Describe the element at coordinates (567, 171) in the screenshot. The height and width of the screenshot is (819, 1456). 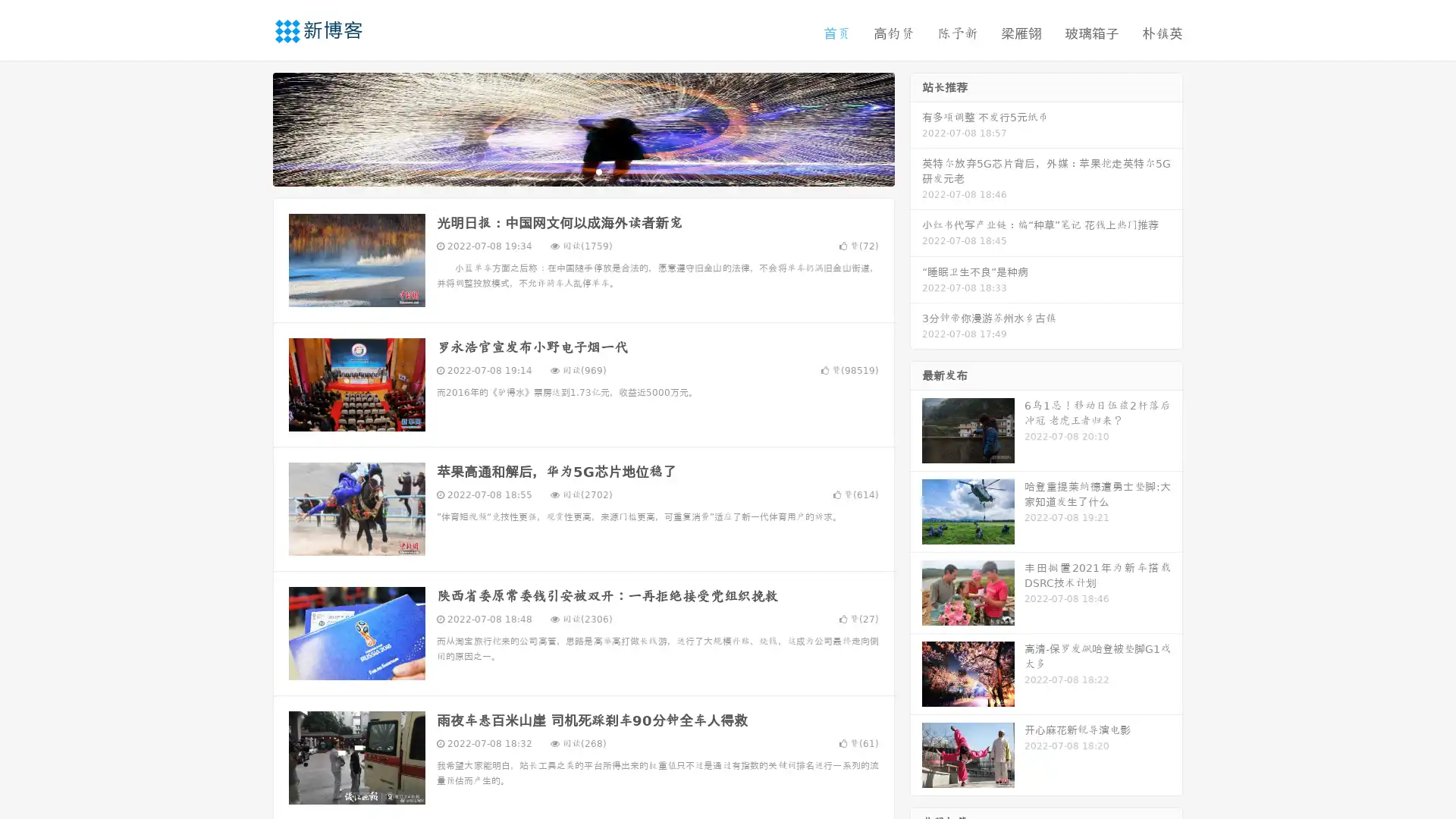
I see `Go to slide 1` at that location.